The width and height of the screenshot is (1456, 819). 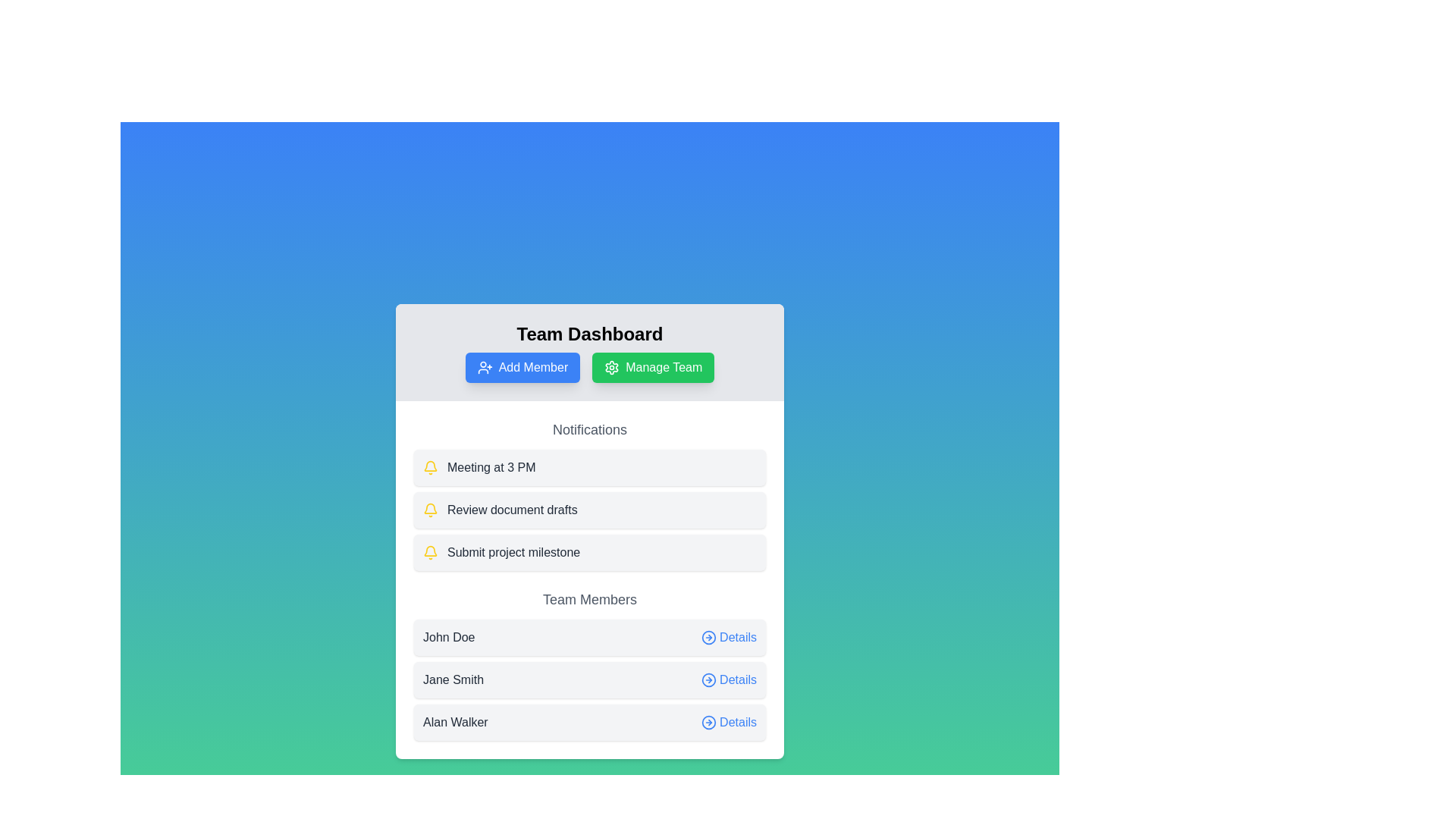 What do you see at coordinates (708, 721) in the screenshot?
I see `the inner SVG circle component that stylizes the 'Details' button for the last team member, Alan Walker` at bounding box center [708, 721].